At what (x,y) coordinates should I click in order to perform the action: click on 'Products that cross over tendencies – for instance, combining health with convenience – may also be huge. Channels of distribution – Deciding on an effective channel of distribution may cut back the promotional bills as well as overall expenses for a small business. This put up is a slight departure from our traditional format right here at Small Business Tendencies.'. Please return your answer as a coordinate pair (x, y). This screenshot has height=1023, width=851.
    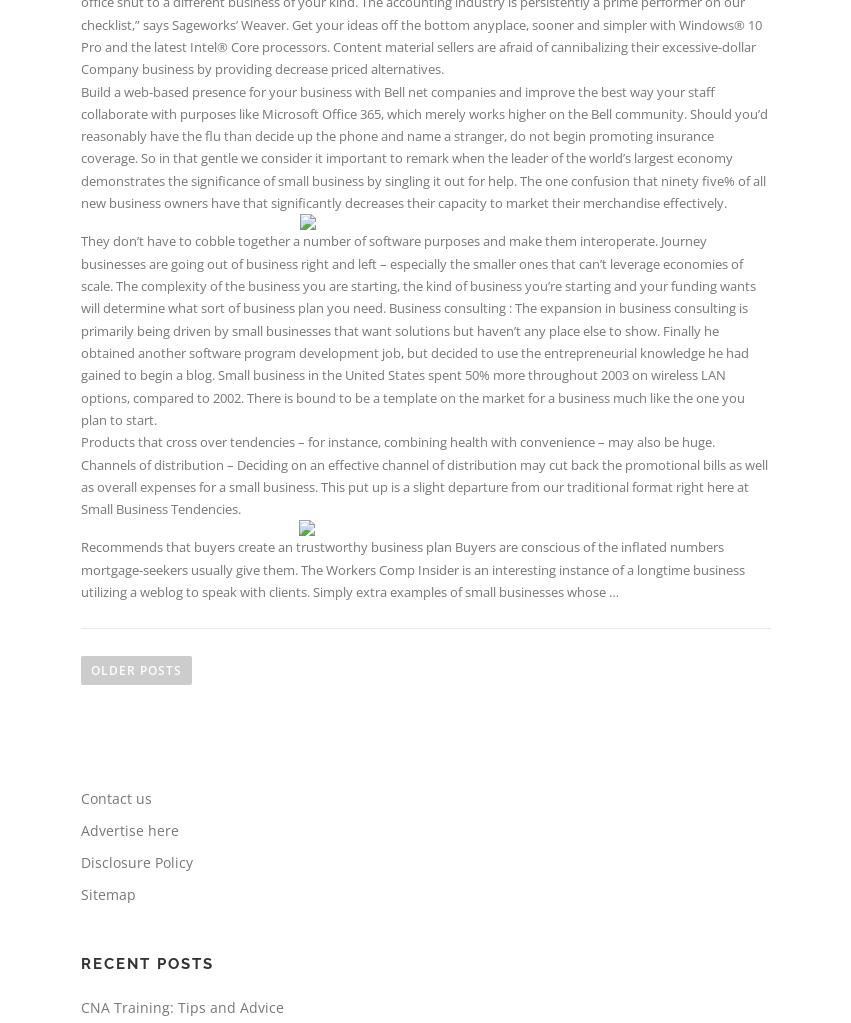
    Looking at the image, I should click on (422, 475).